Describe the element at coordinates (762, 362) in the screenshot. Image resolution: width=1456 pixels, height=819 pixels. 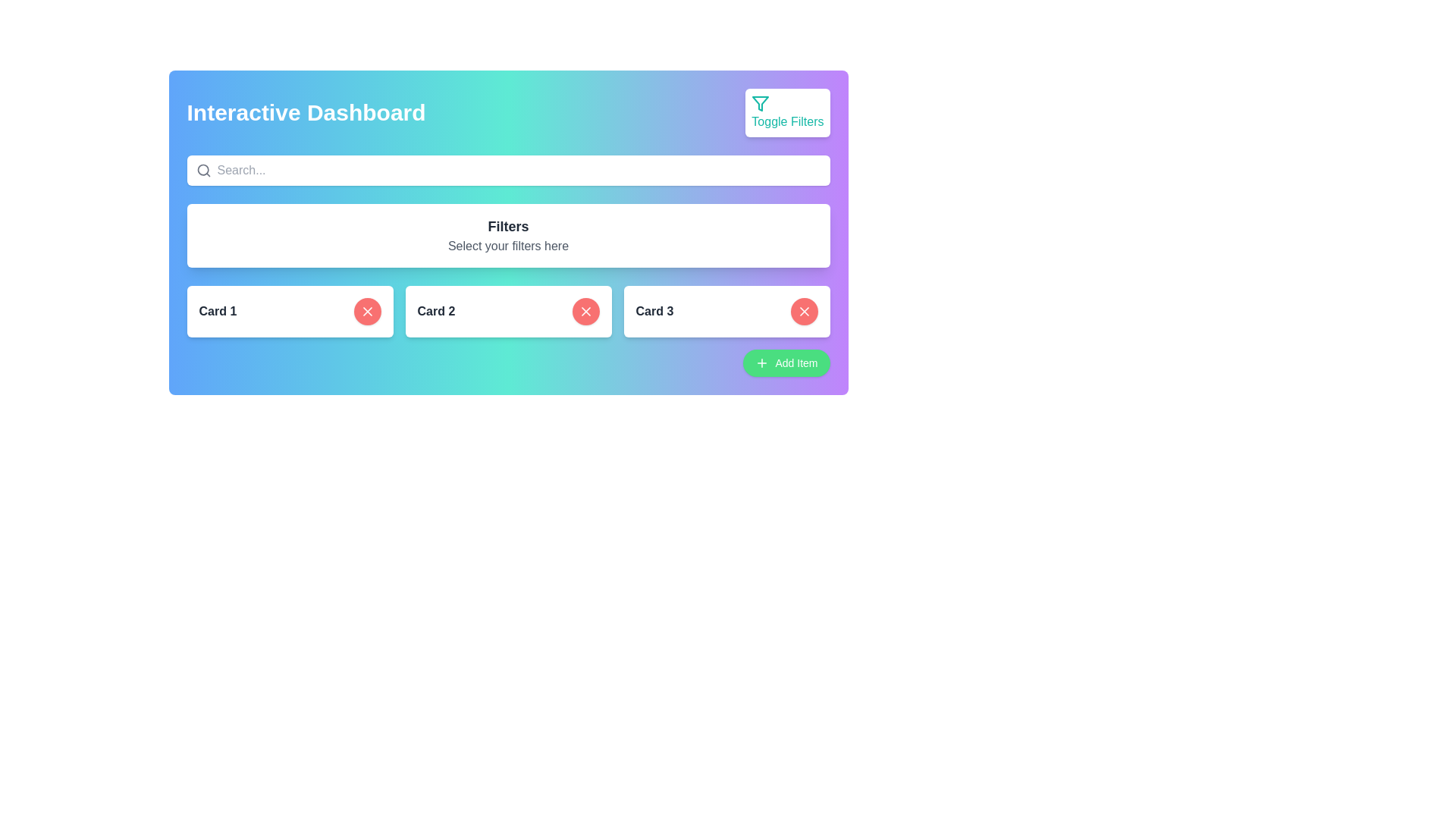
I see `the icon within the 'Add Item' button located in the bottom-right corner of the primary panel` at that location.